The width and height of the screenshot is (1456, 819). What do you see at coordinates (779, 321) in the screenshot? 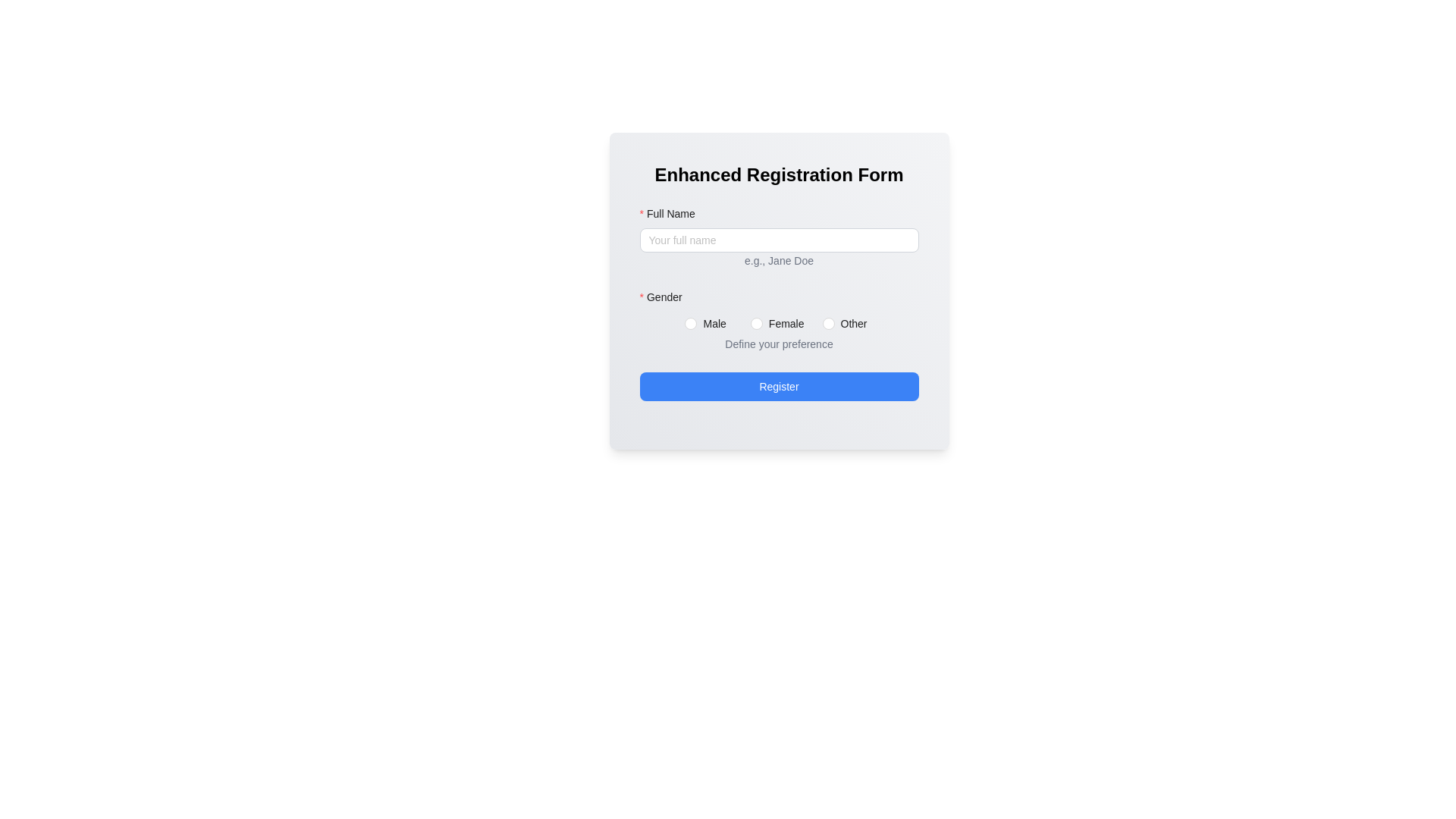
I see `the radio button in the gender preference selection group located below the 'Full Name' field to make a selection` at bounding box center [779, 321].